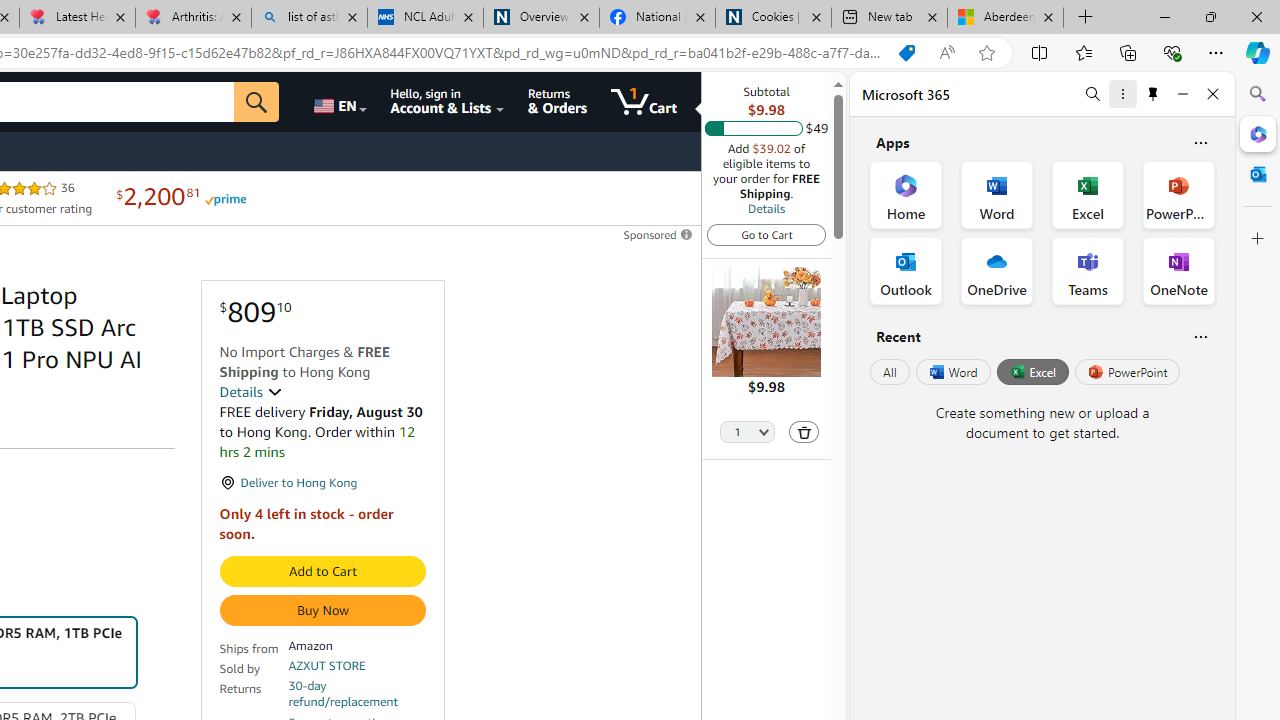 The image size is (1280, 720). What do you see at coordinates (1178, 271) in the screenshot?
I see `'OneNote Office App'` at bounding box center [1178, 271].